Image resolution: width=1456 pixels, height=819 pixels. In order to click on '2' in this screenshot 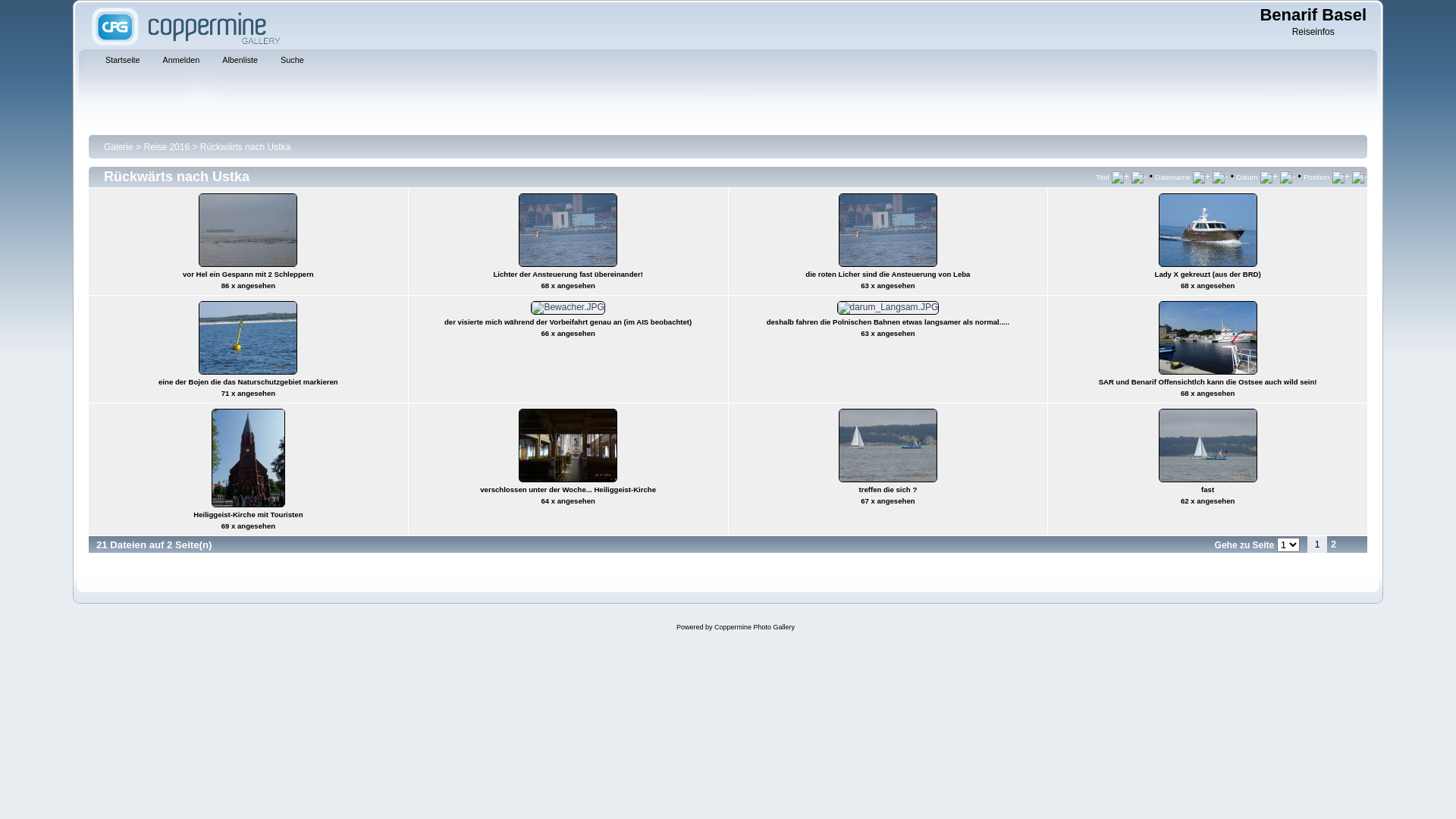, I will do `click(1326, 543)`.